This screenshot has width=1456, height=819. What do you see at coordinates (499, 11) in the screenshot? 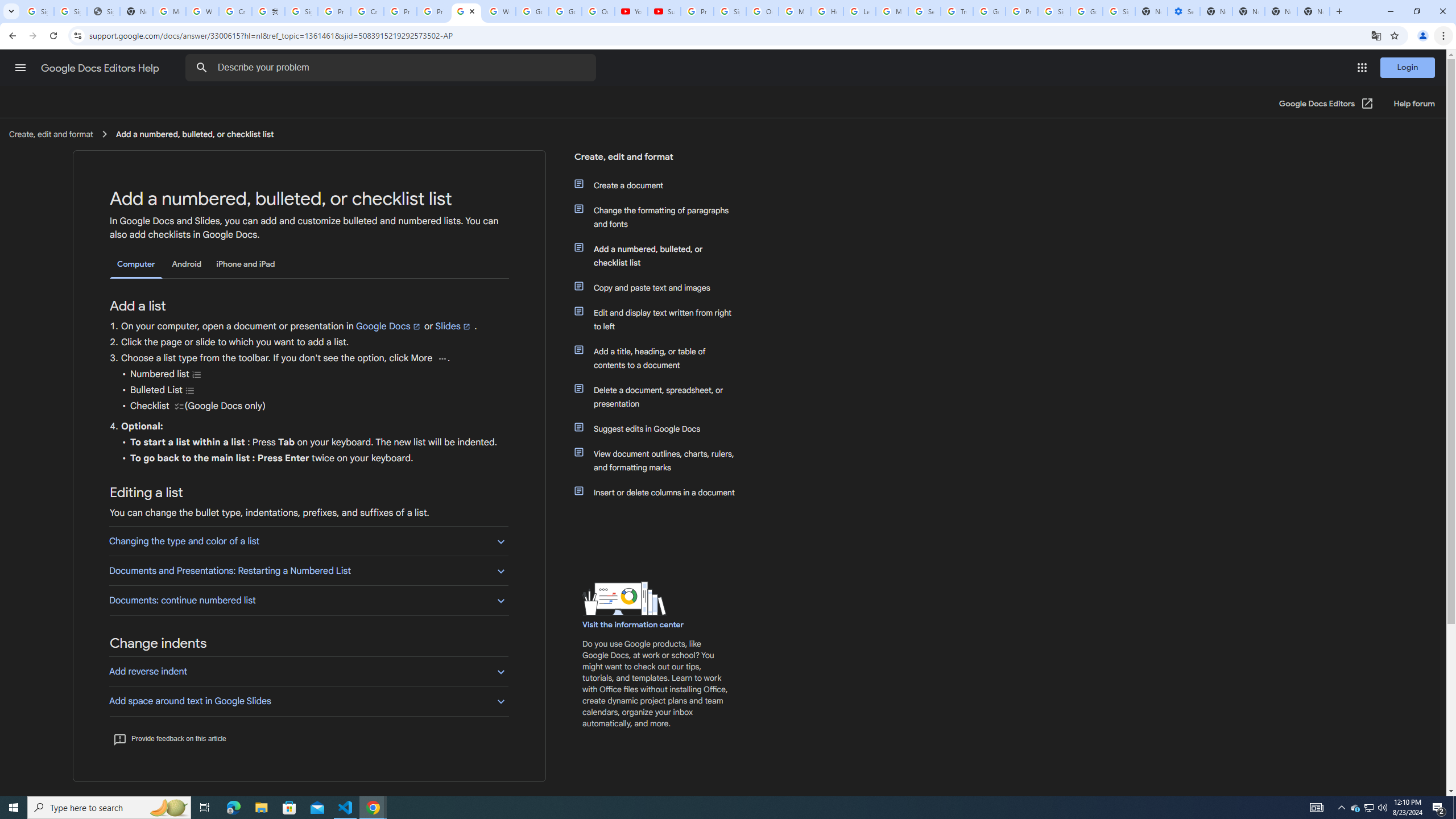
I see `'Welcome to My Activity'` at bounding box center [499, 11].